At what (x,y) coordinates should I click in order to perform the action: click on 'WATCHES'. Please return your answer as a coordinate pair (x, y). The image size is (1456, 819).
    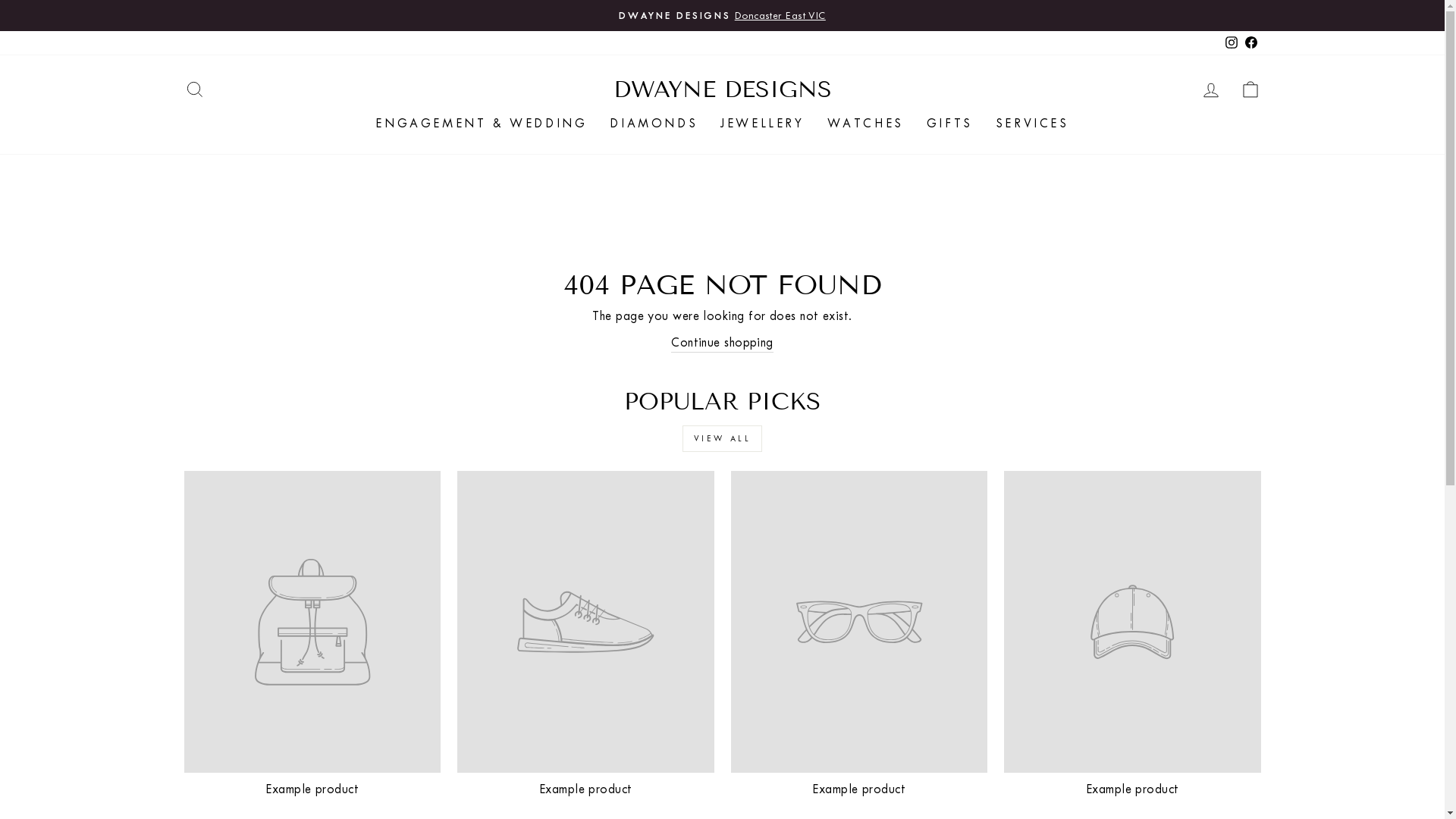
    Looking at the image, I should click on (865, 122).